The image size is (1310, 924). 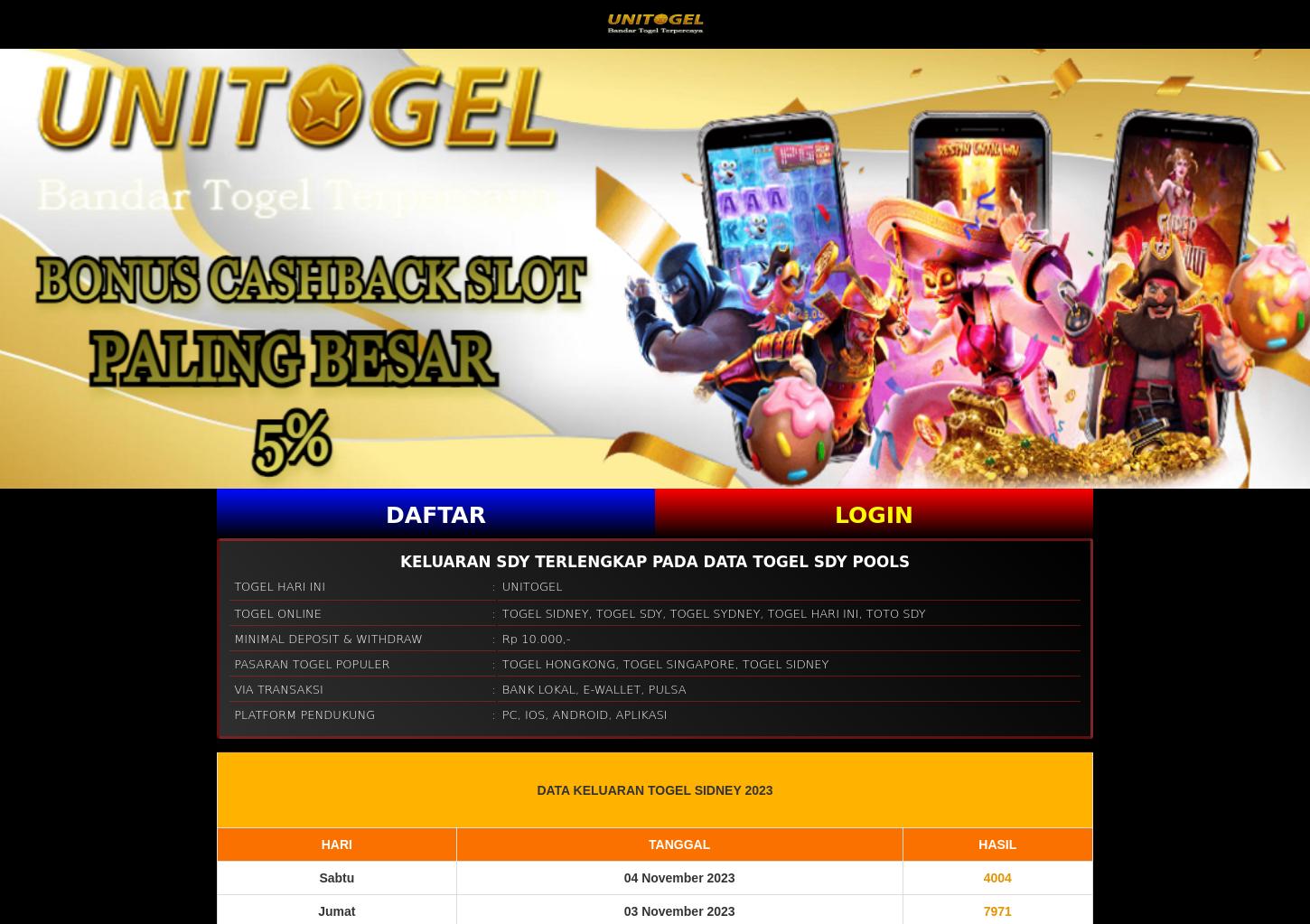 What do you see at coordinates (501, 663) in the screenshot?
I see `'TOGEL HONGKONG, TOGEL SINGAPORE, TOGEL SIDNEY'` at bounding box center [501, 663].